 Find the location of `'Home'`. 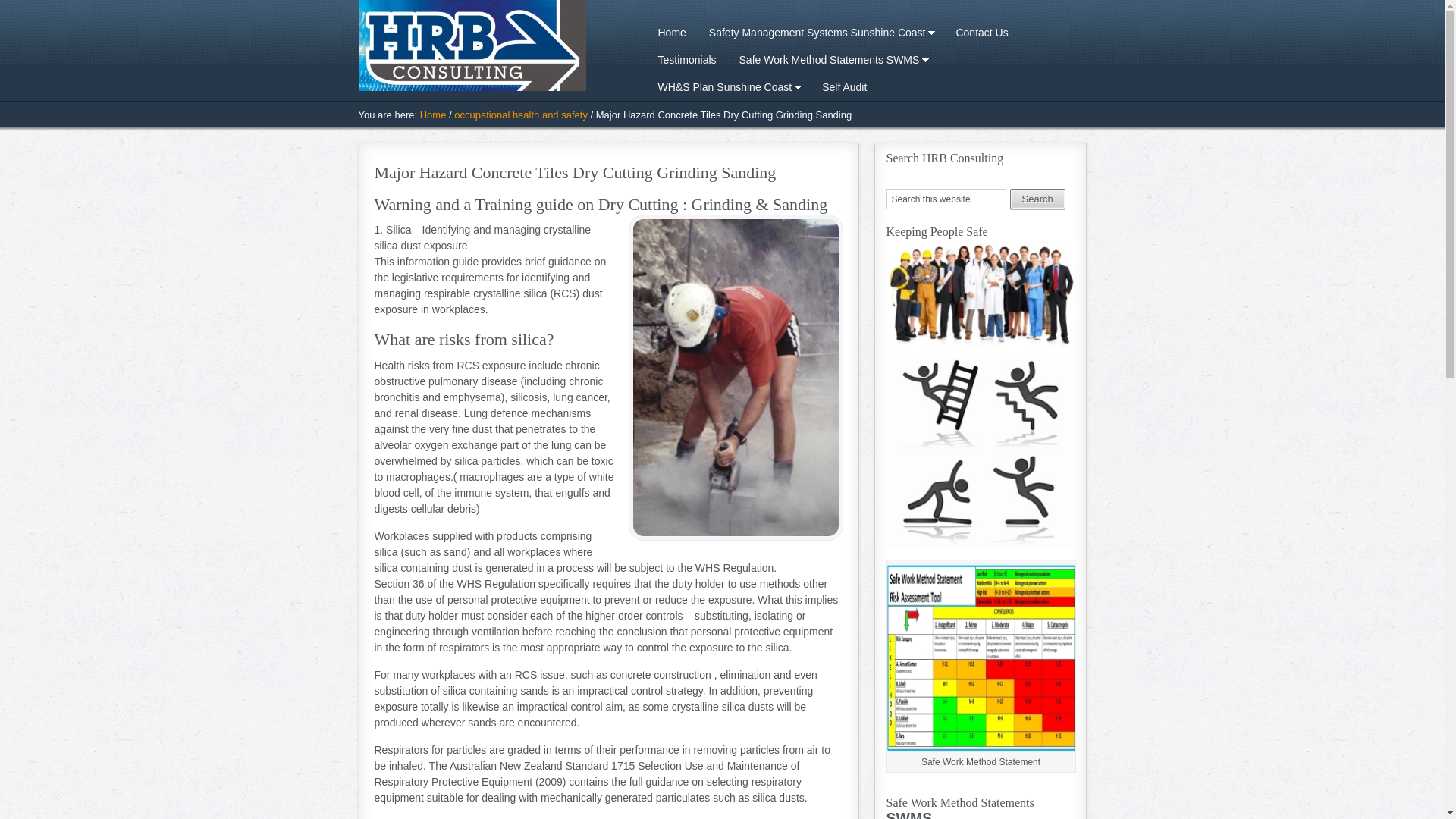

'Home' is located at coordinates (432, 114).